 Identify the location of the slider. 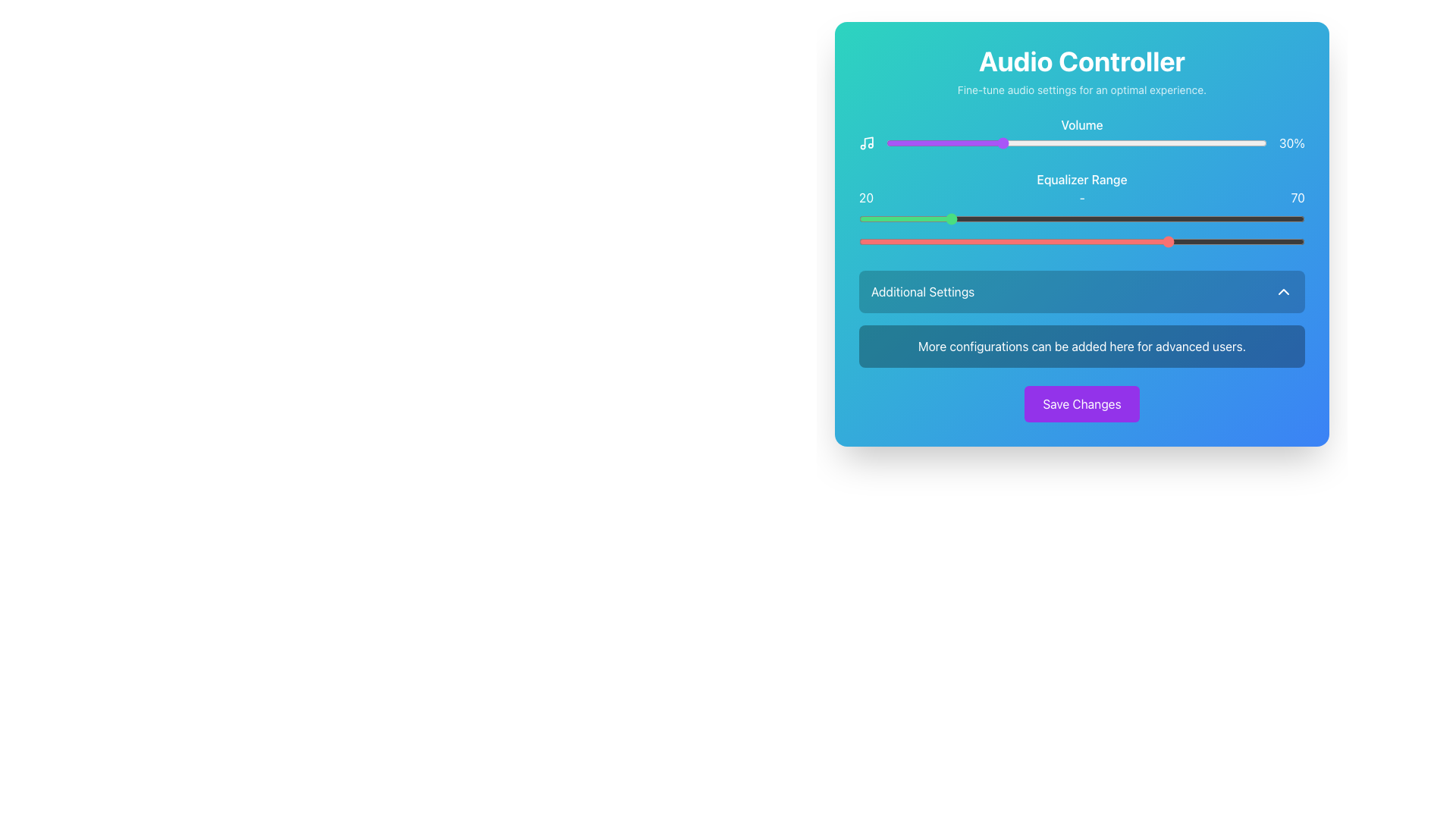
(977, 143).